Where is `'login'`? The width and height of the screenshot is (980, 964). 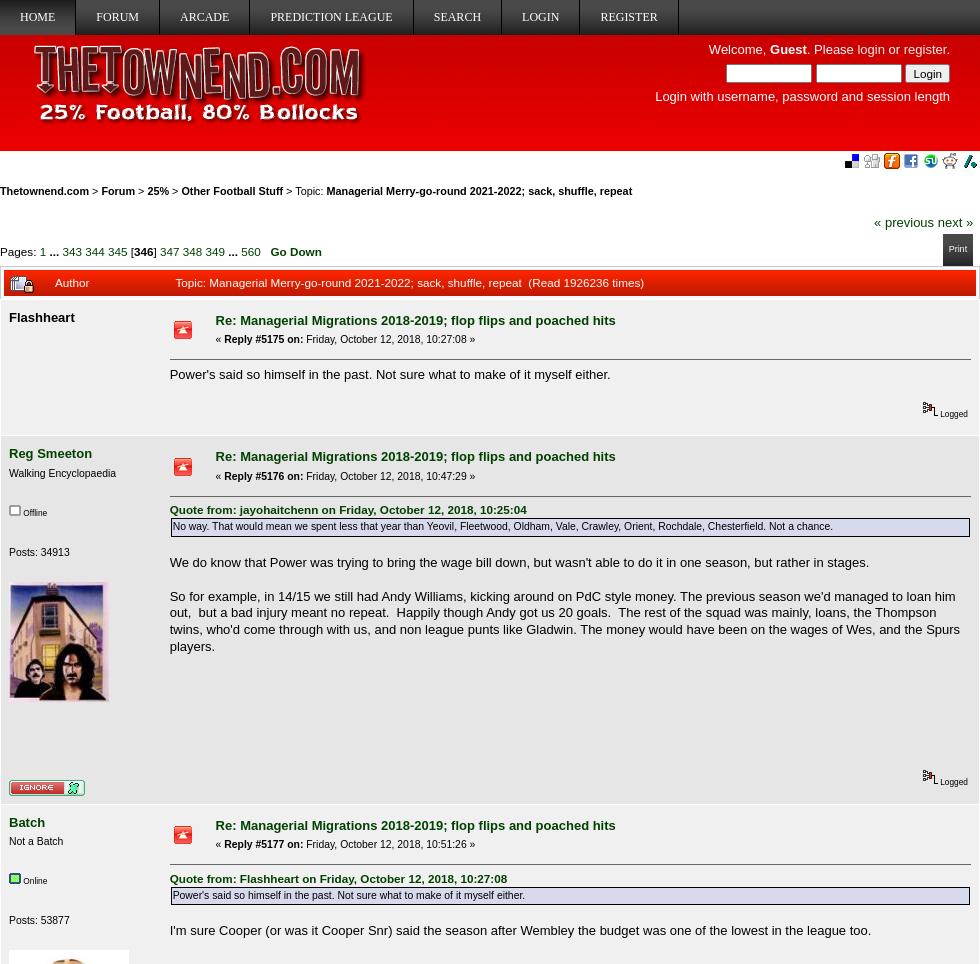 'login' is located at coordinates (870, 49).